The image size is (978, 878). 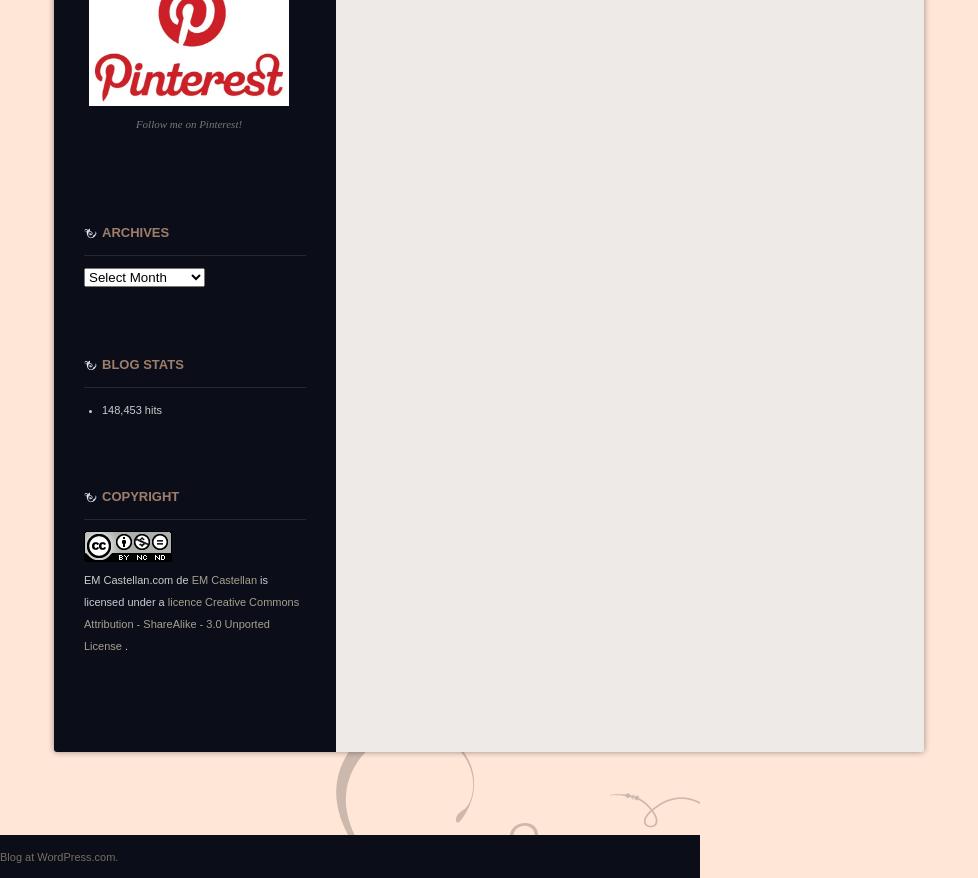 I want to click on 'Blog Stats', so click(x=142, y=363).